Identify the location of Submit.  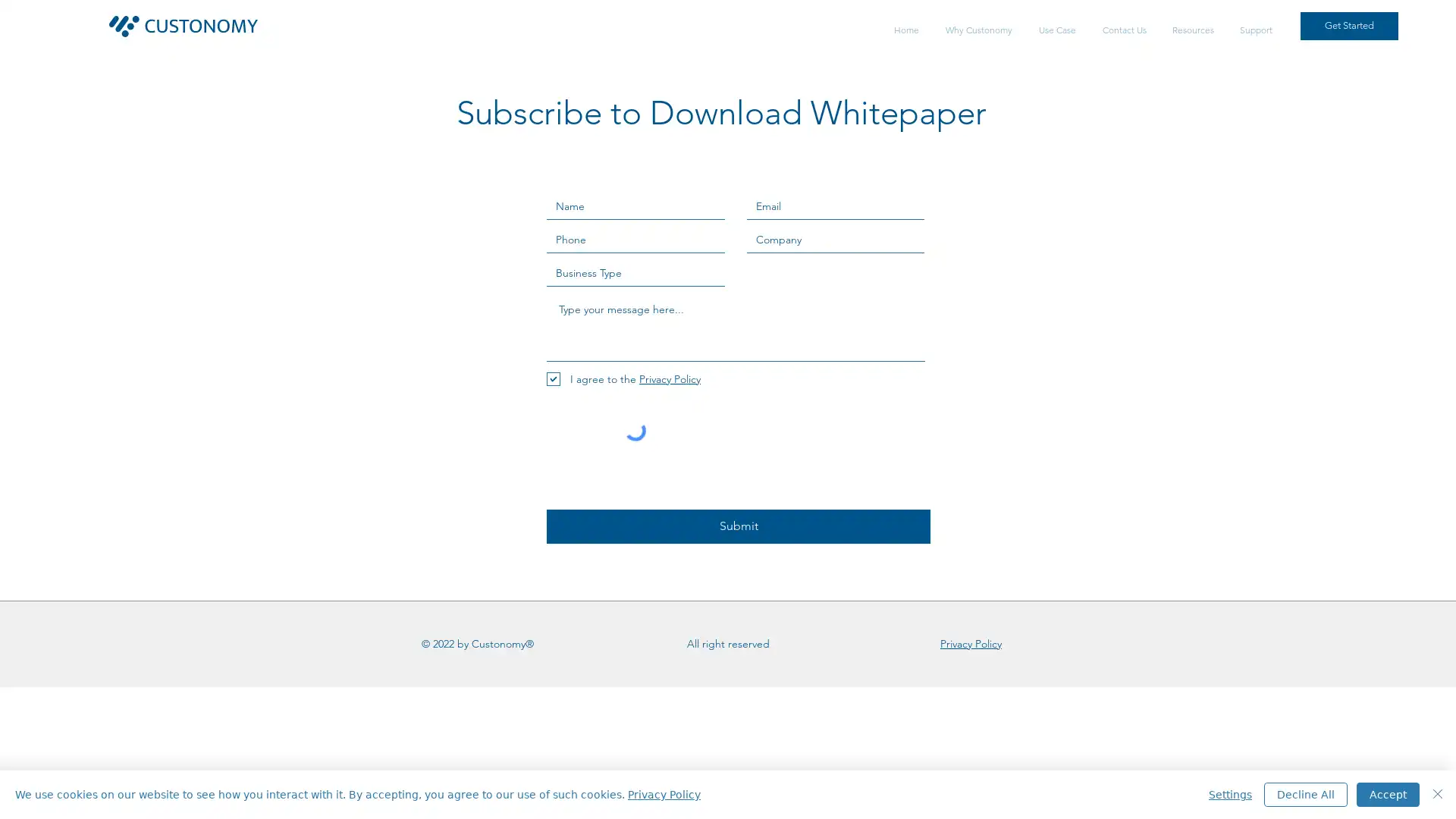
(739, 526).